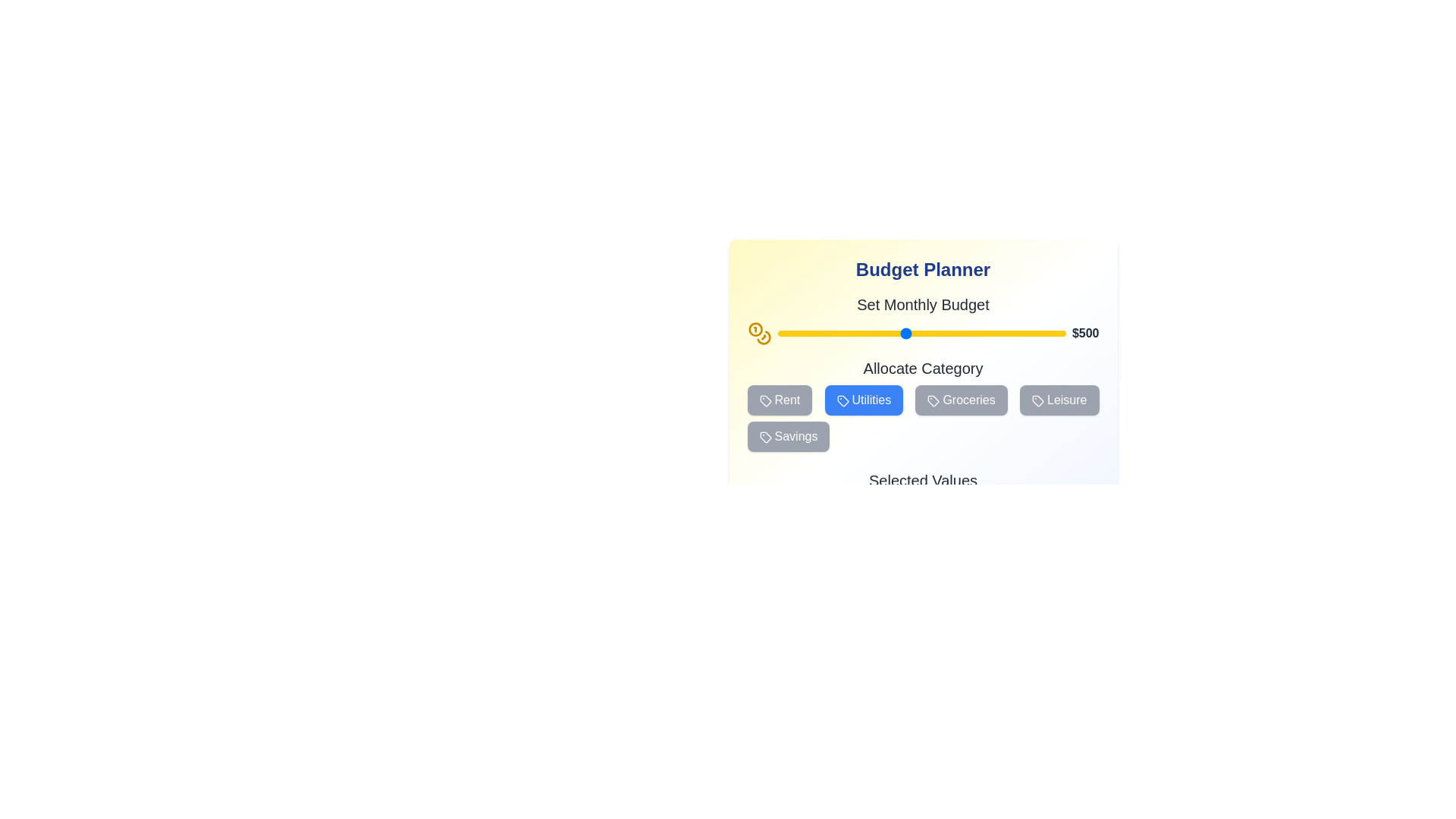  I want to click on the budget slider, so click(986, 332).